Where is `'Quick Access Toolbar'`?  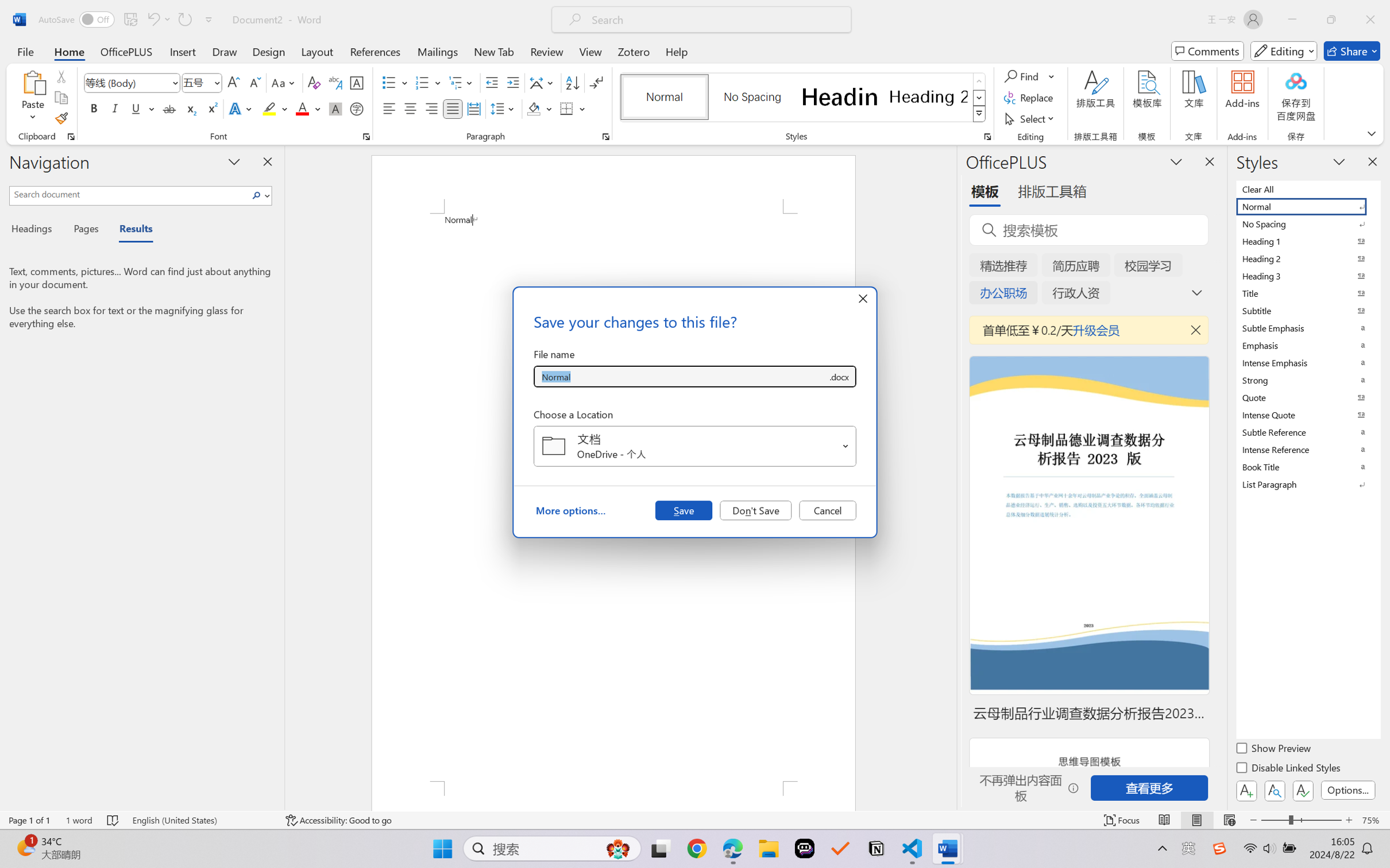
'Quick Access Toolbar' is located at coordinates (128, 19).